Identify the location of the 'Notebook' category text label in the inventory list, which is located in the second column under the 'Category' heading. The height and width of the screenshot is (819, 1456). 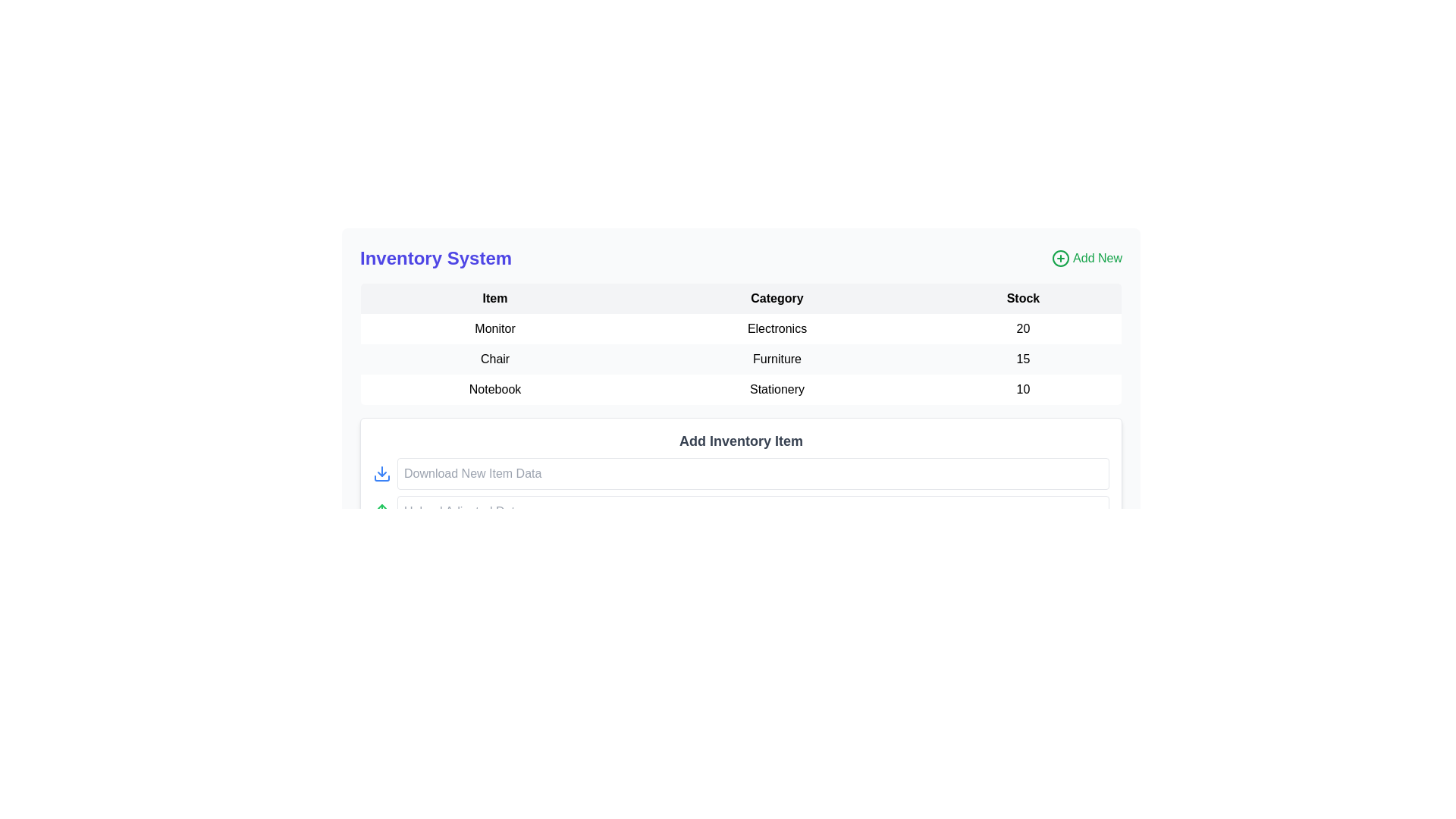
(777, 388).